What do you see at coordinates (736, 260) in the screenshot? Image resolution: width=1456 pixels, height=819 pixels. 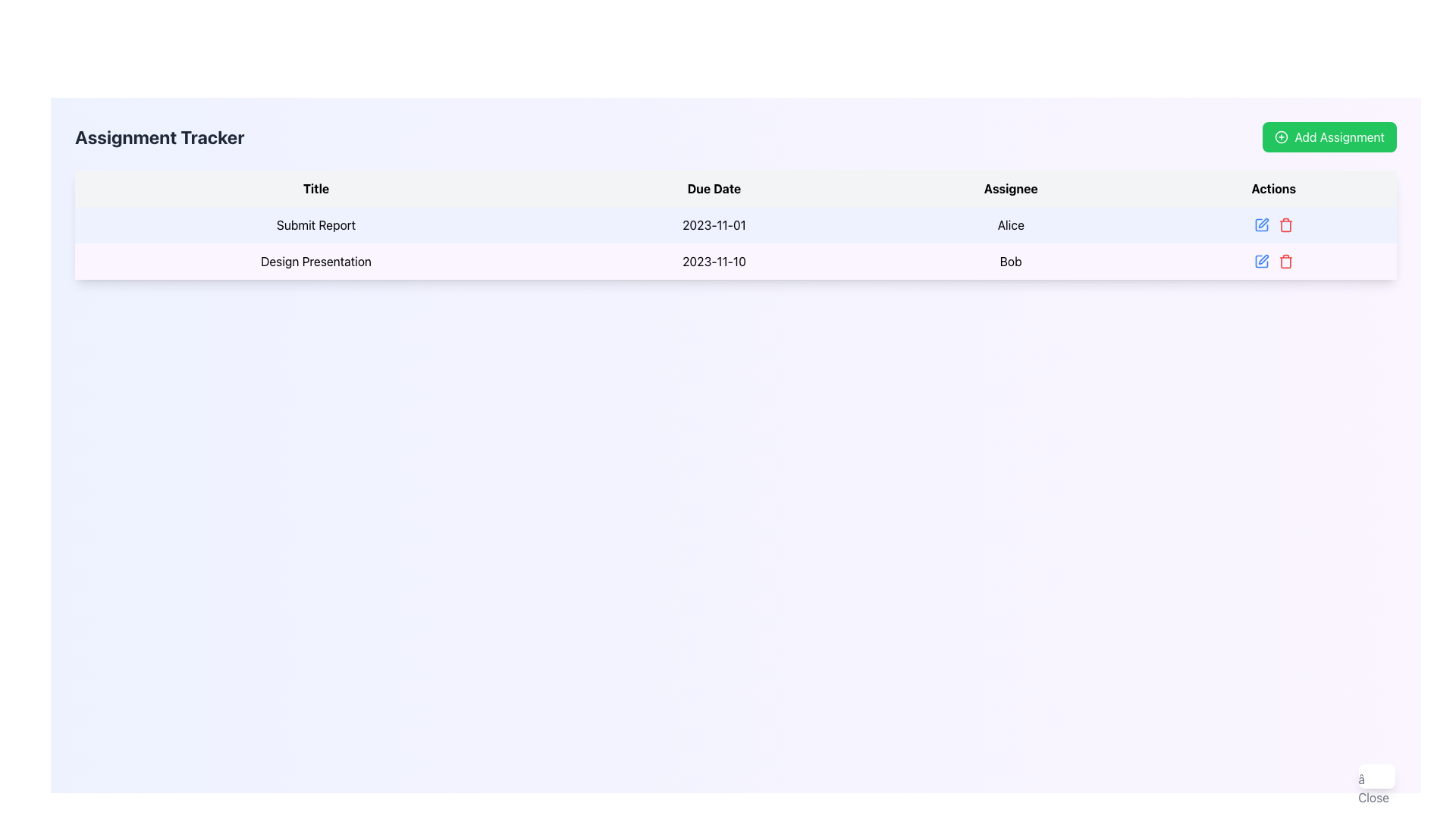 I see `the second row in the 'Assignment Tracker' table` at bounding box center [736, 260].